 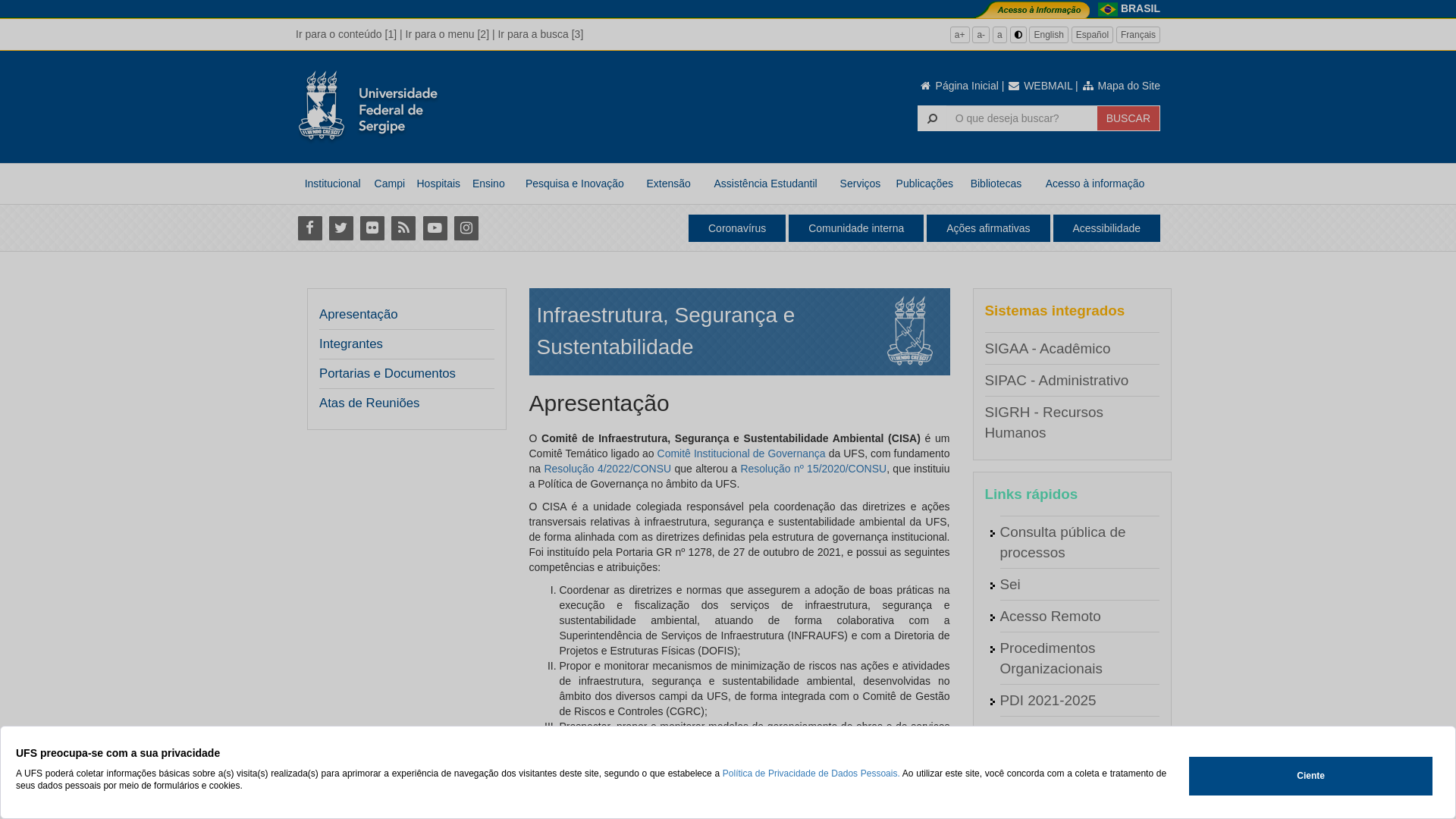 What do you see at coordinates (447, 34) in the screenshot?
I see `'Ir para o menu [2]'` at bounding box center [447, 34].